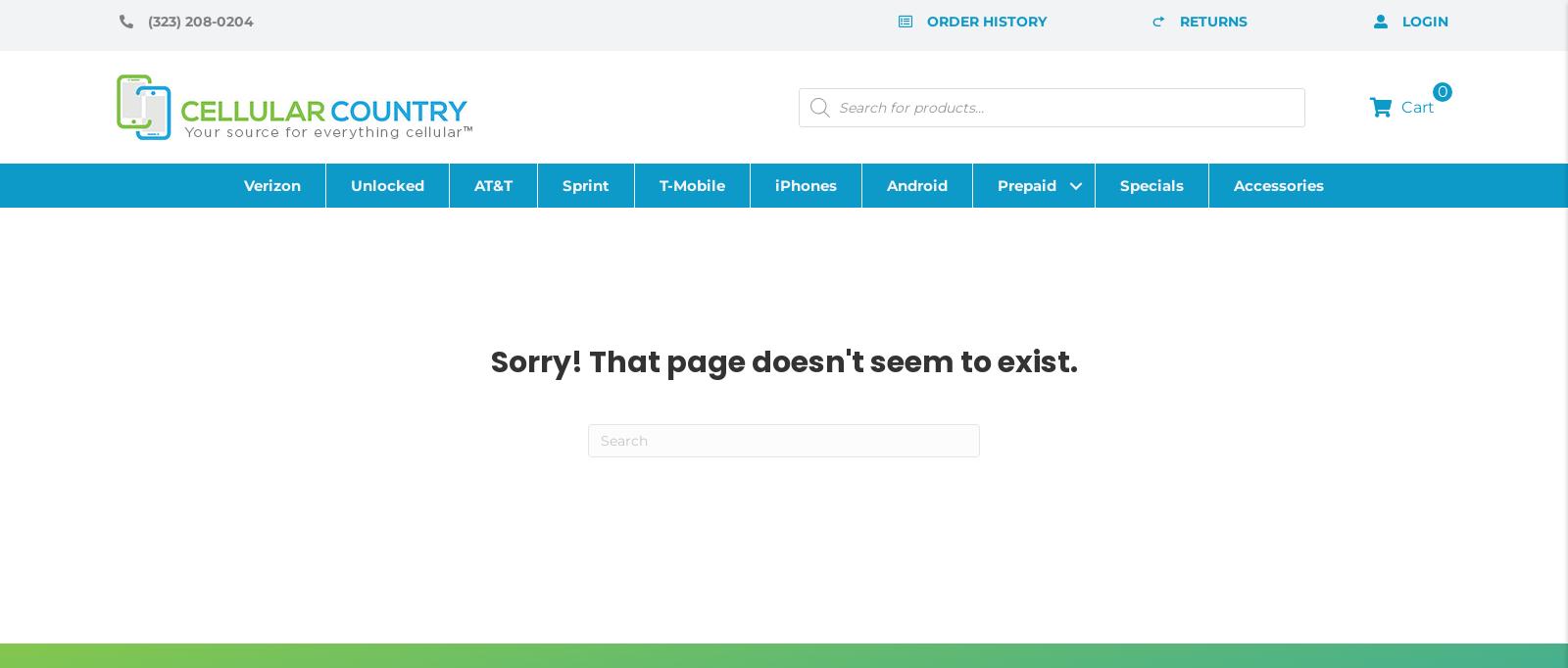 Image resolution: width=1568 pixels, height=668 pixels. What do you see at coordinates (585, 185) in the screenshot?
I see `'Sprint'` at bounding box center [585, 185].